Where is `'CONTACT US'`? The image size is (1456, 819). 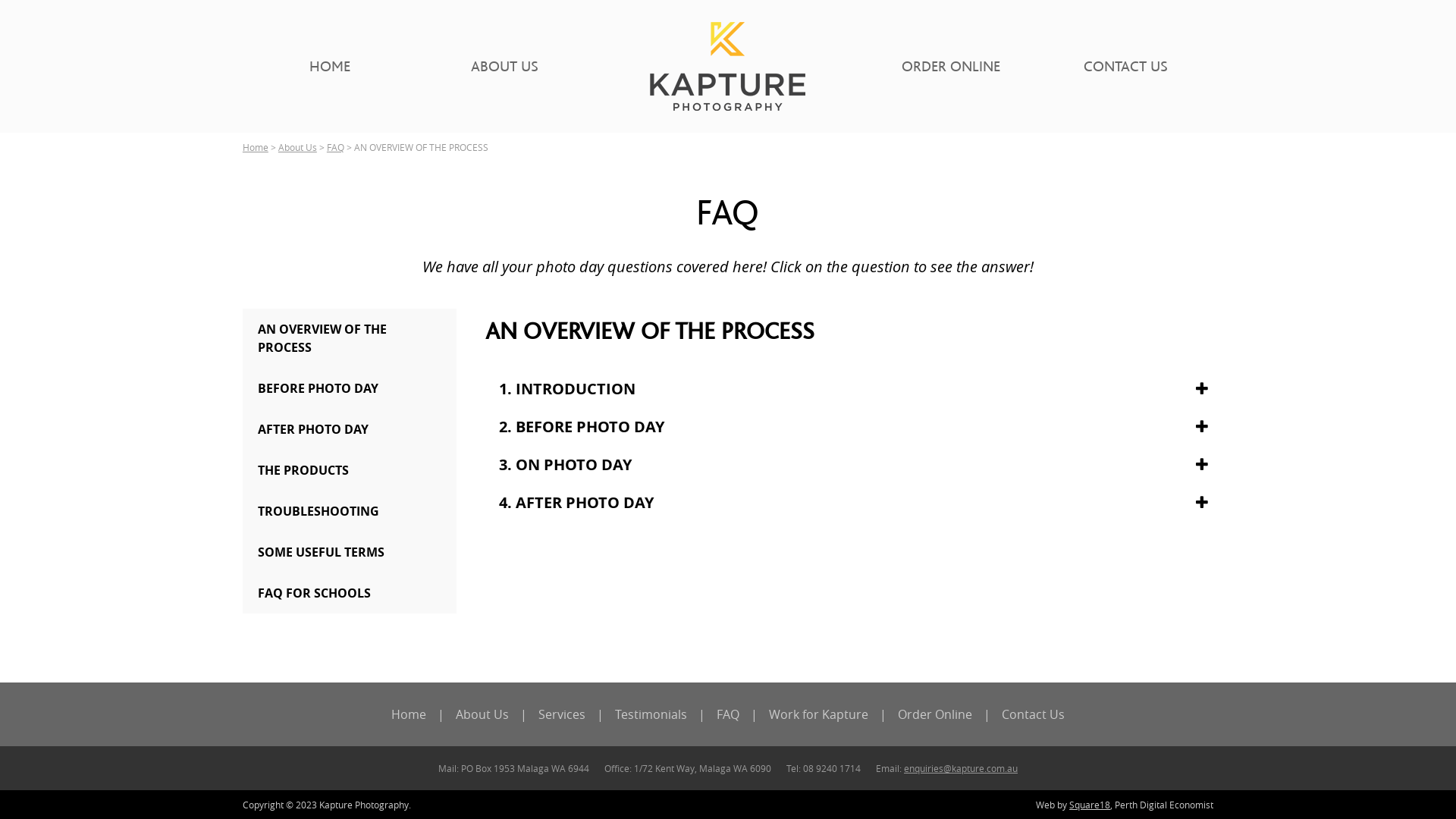
'CONTACT US' is located at coordinates (1125, 65).